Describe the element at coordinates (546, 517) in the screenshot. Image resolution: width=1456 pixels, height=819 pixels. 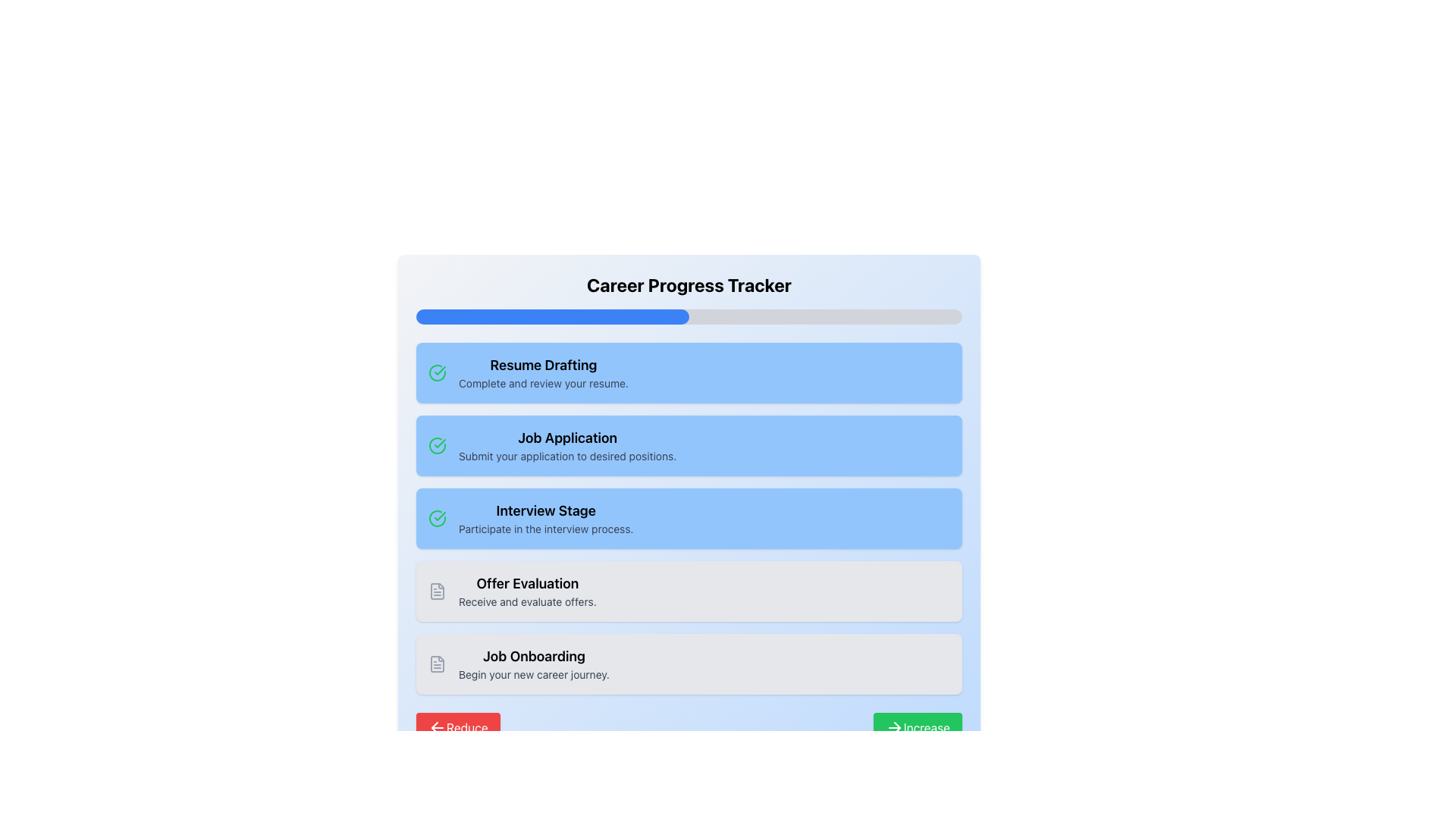
I see `the Text Block that provides information about a specific stage in the career tracking process` at that location.